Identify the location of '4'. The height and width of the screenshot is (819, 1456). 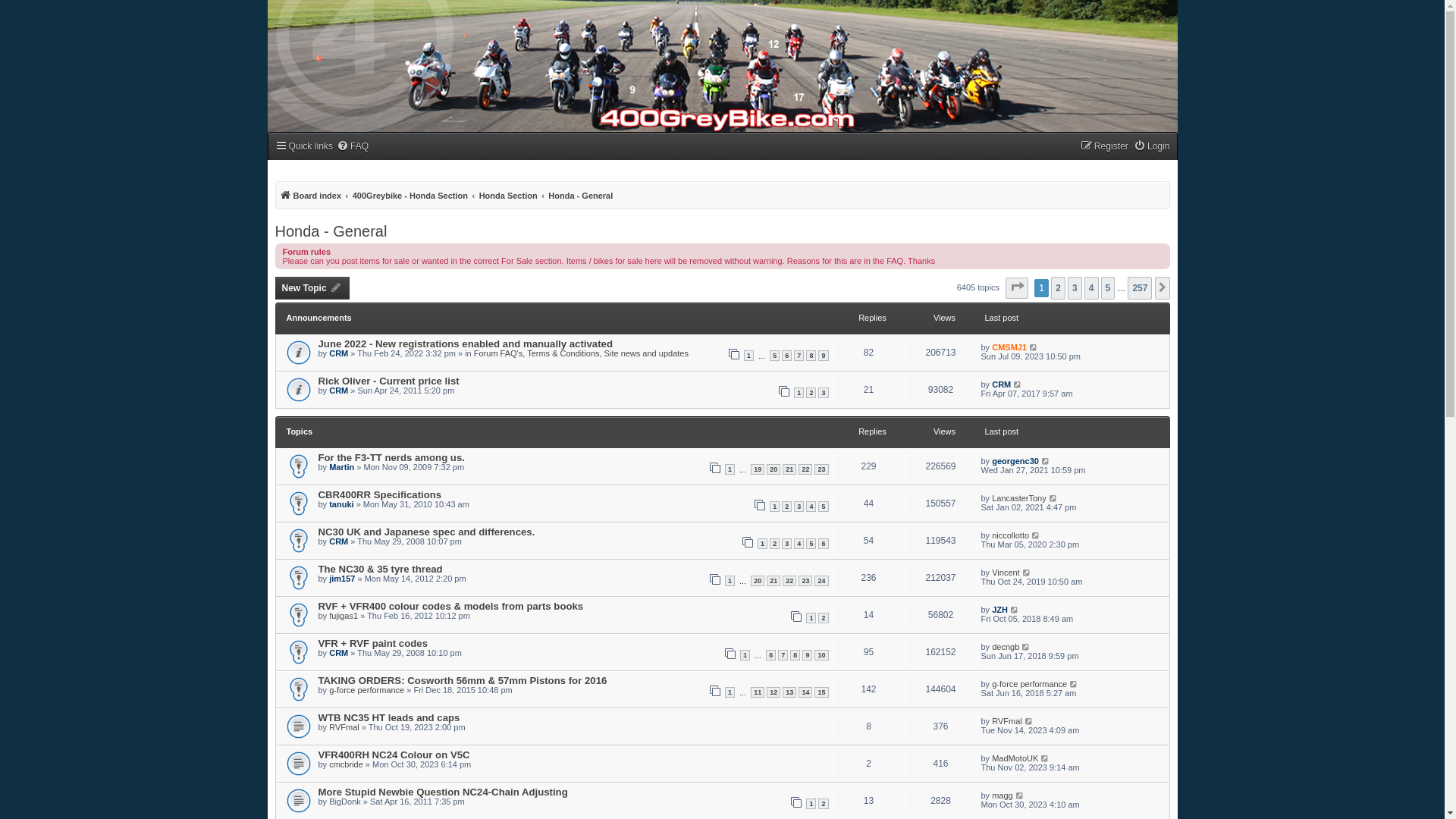
(1090, 288).